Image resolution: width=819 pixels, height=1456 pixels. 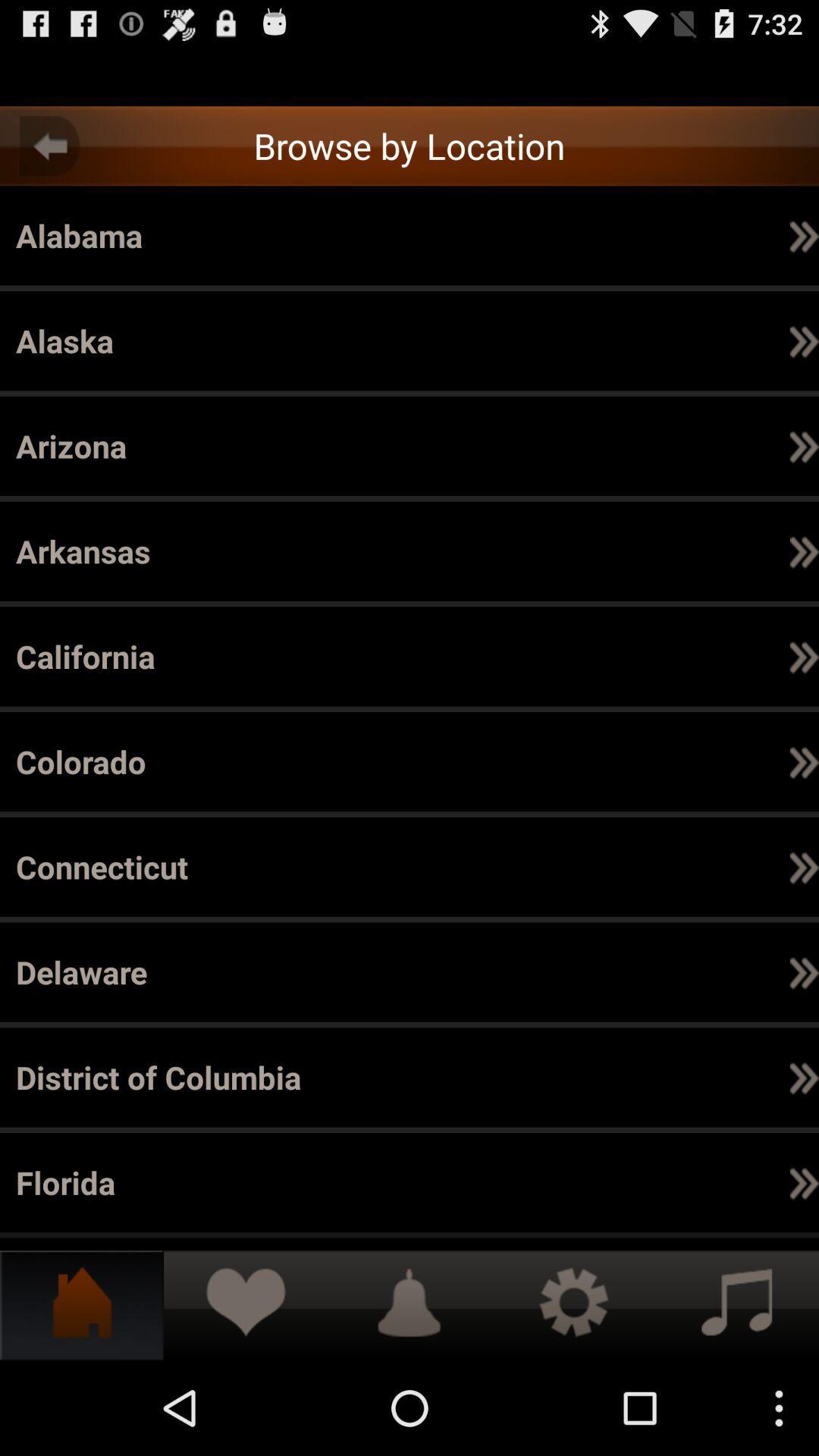 I want to click on icon above, so click(x=803, y=1076).